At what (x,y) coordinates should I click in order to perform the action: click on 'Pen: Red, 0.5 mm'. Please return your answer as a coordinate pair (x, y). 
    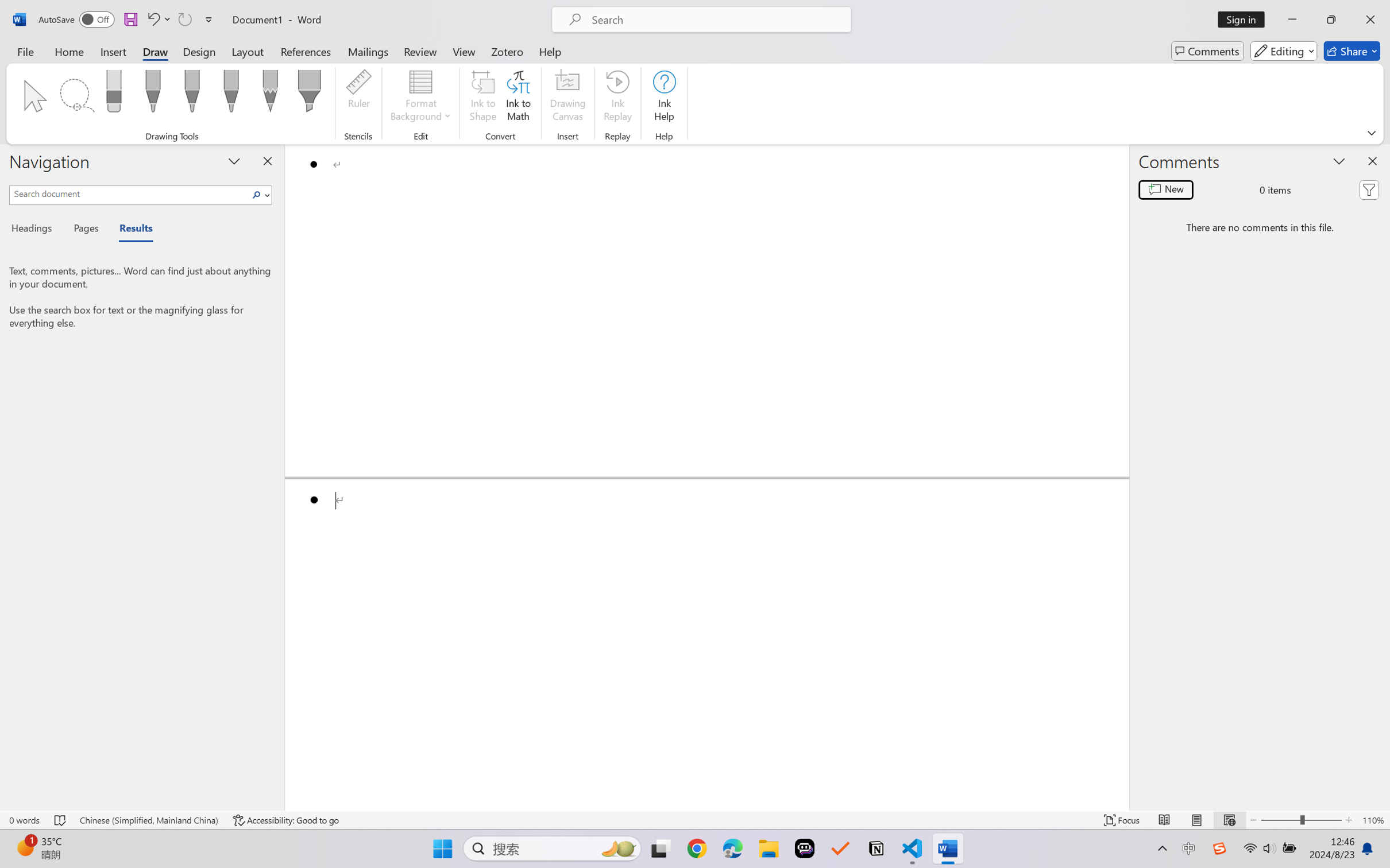
    Looking at the image, I should click on (191, 94).